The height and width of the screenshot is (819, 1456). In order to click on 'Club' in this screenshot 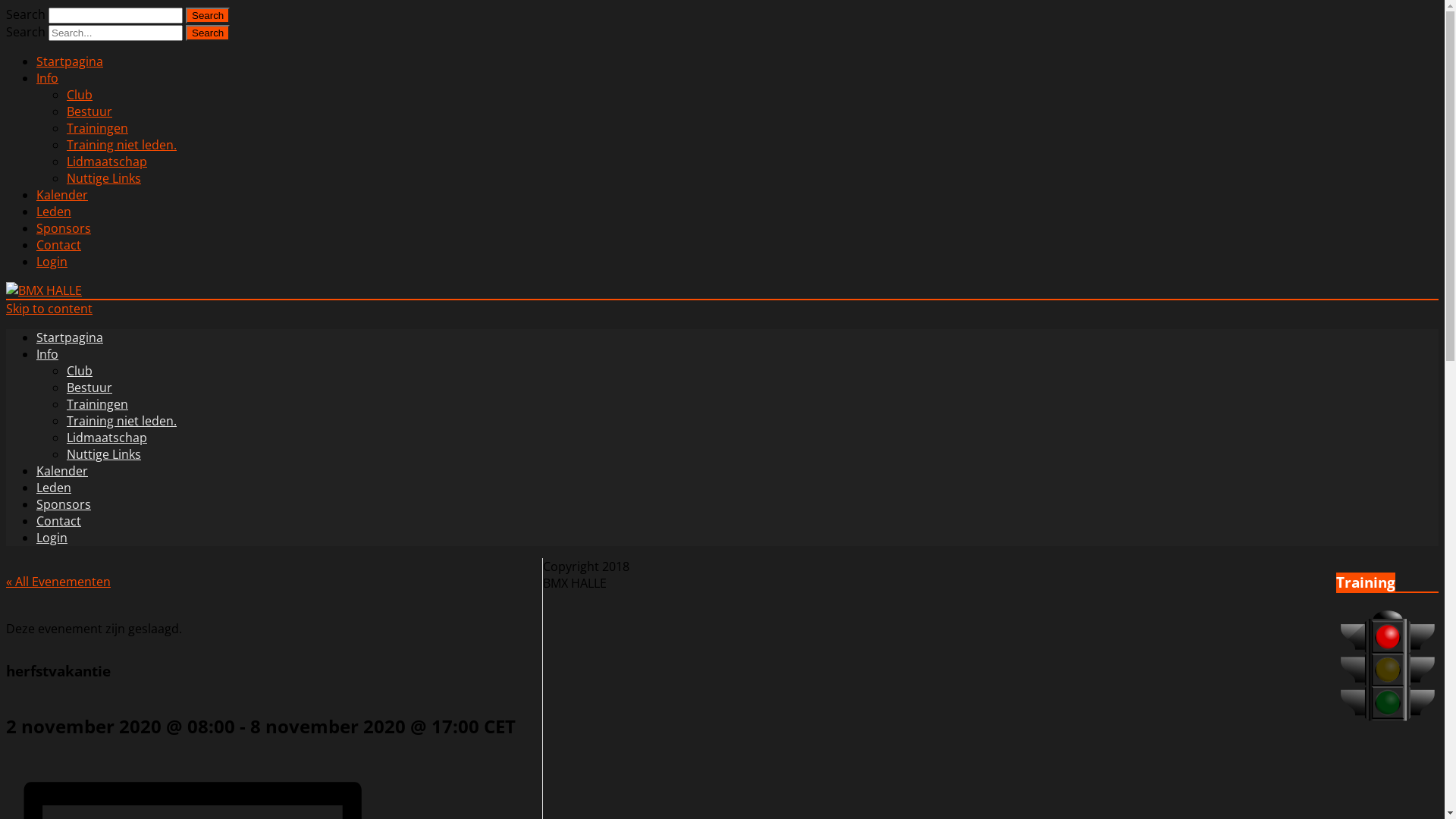, I will do `click(79, 94)`.